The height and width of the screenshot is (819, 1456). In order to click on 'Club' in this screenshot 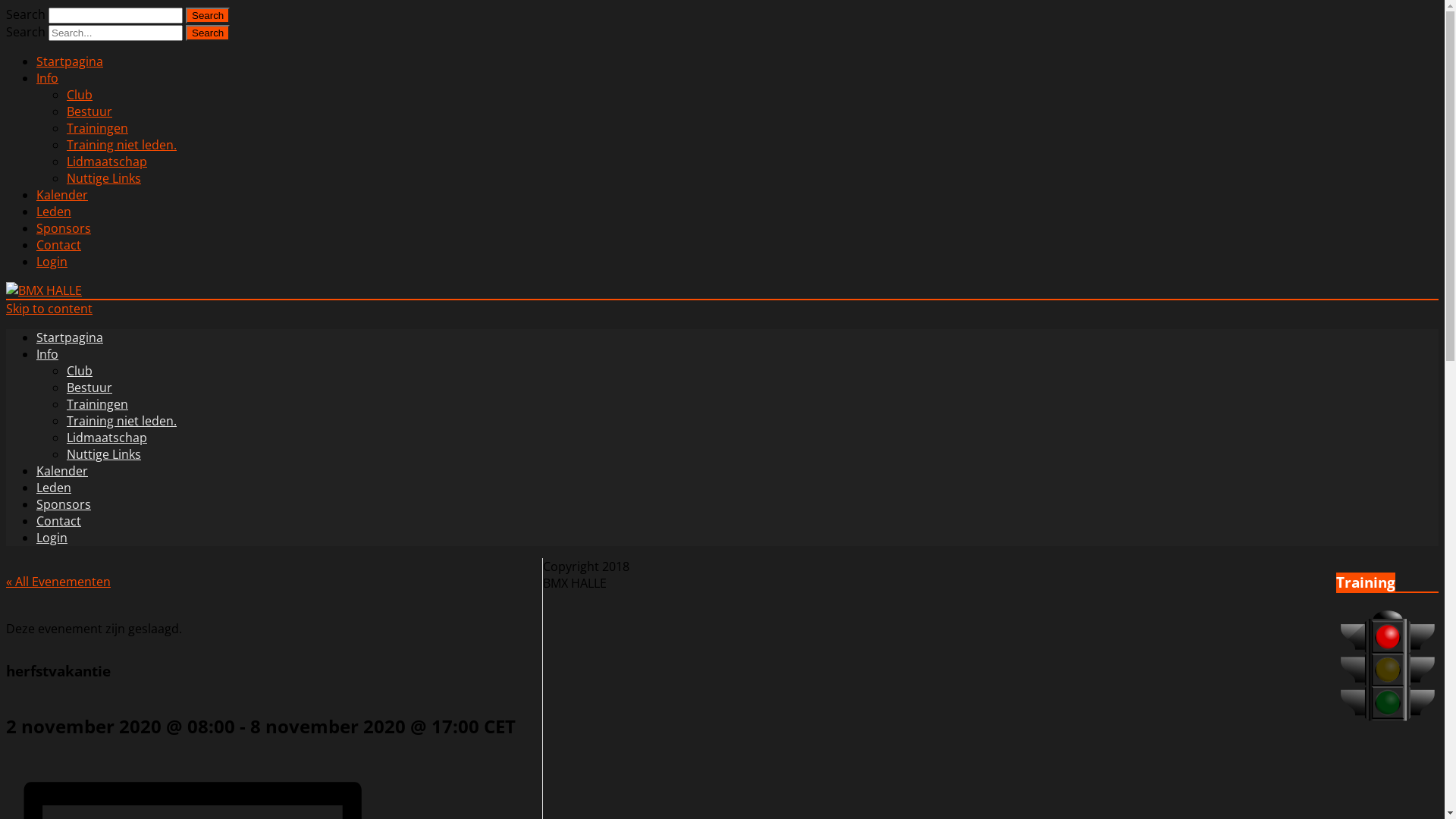, I will do `click(79, 94)`.